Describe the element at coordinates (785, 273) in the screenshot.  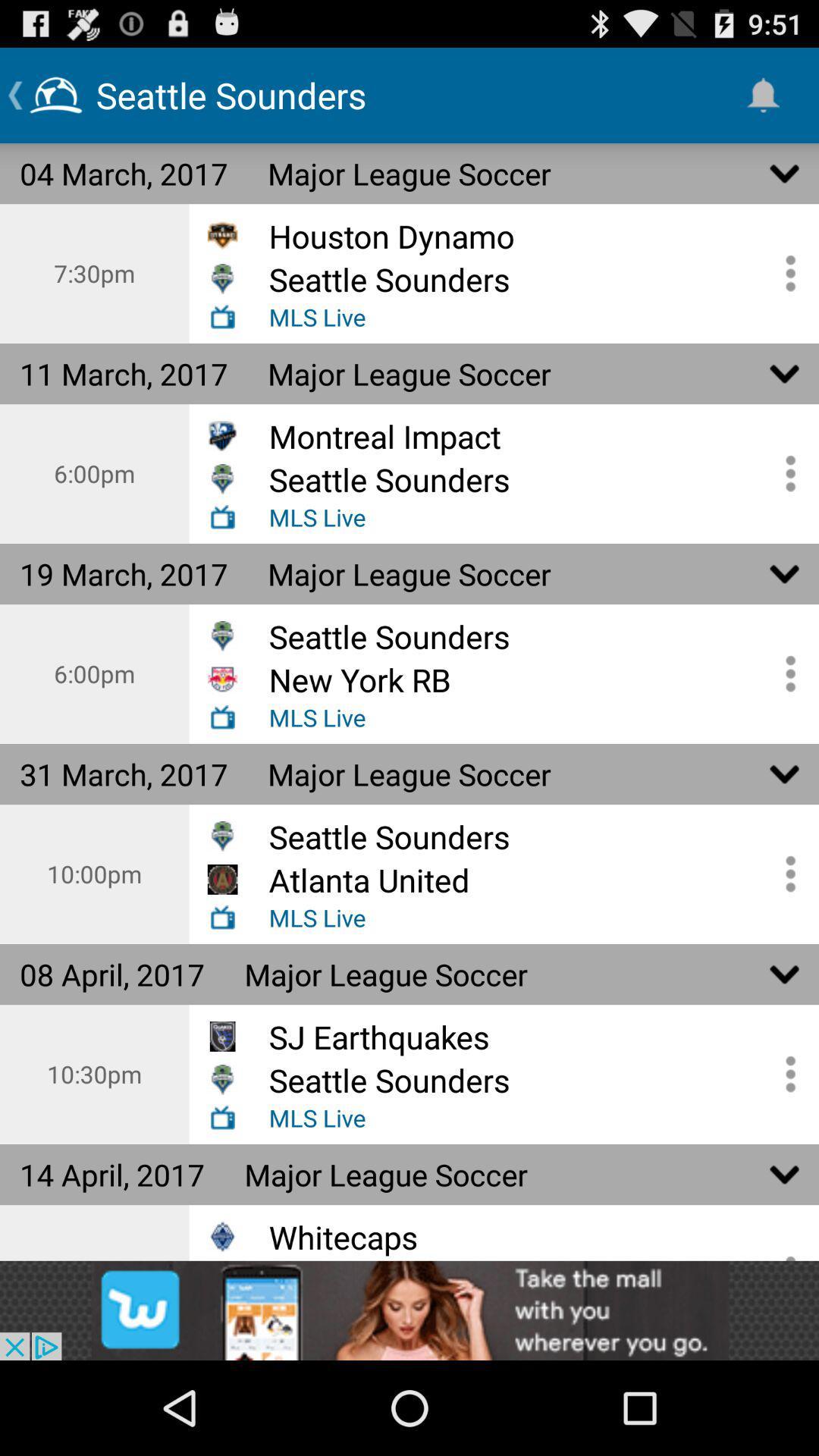
I see `open the options` at that location.